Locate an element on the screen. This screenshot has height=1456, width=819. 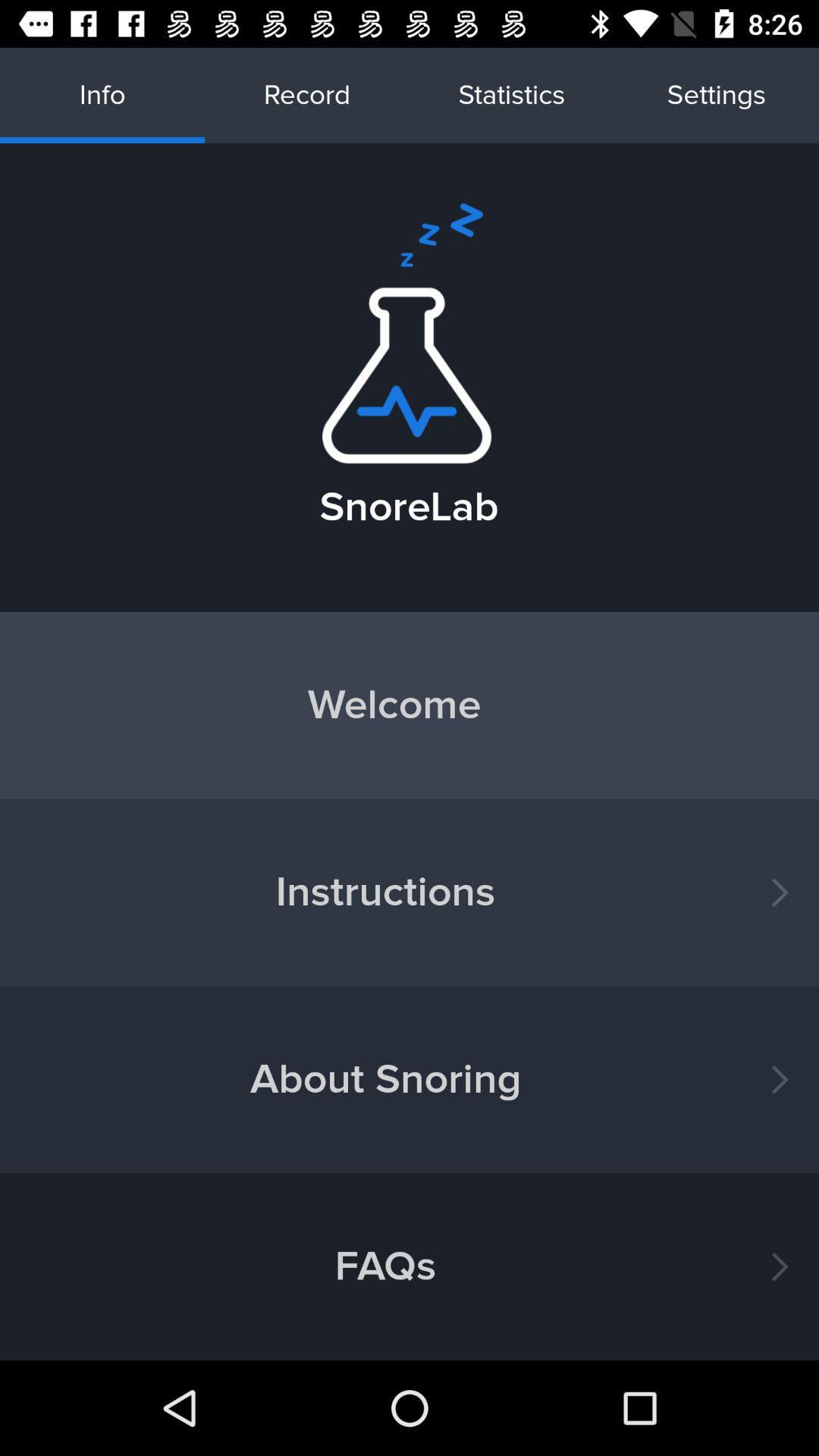
button below about snoring button is located at coordinates (409, 1266).